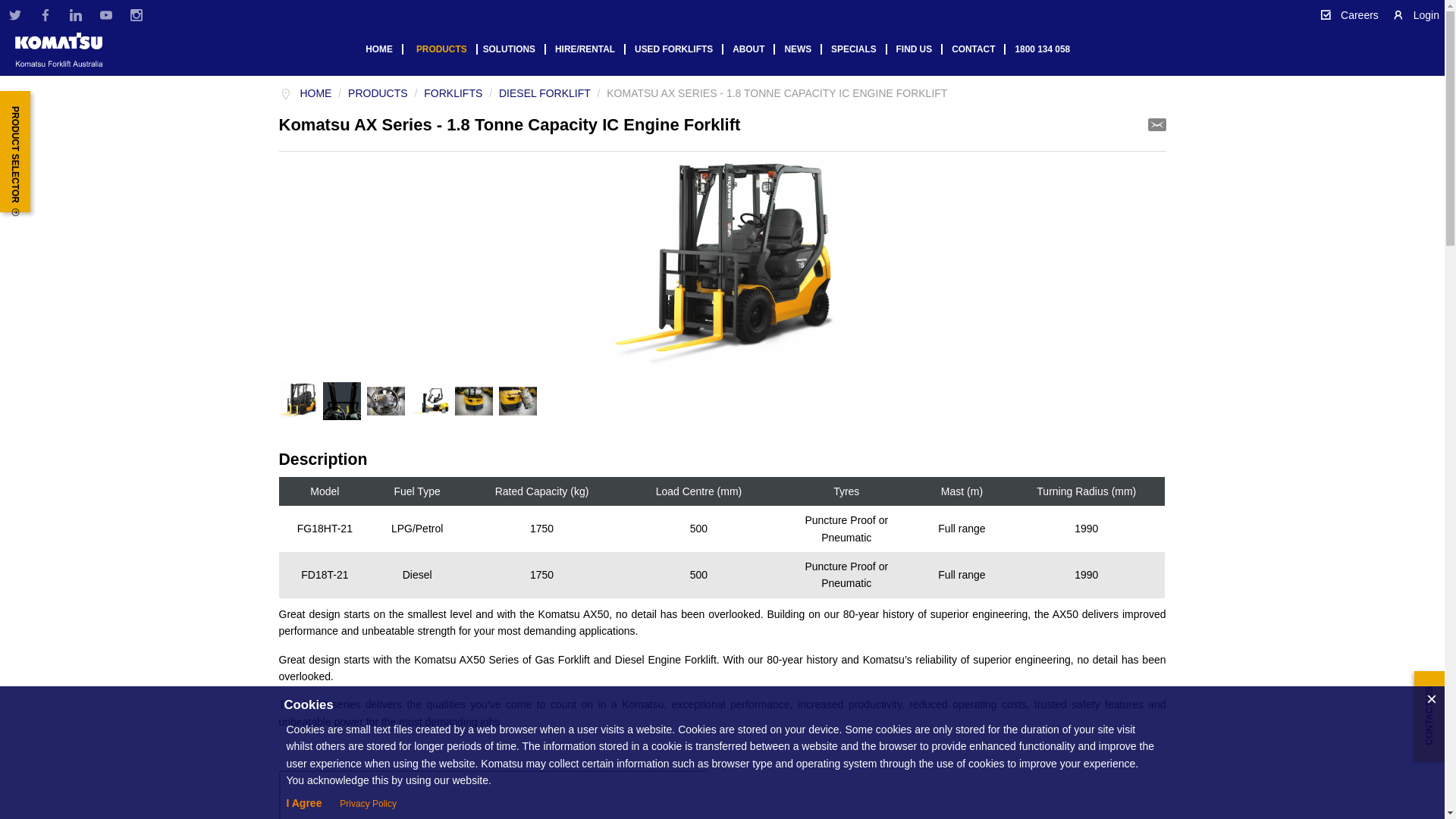 The height and width of the screenshot is (819, 1456). Describe the element at coordinates (753, 49) in the screenshot. I see `'ABOUT'` at that location.